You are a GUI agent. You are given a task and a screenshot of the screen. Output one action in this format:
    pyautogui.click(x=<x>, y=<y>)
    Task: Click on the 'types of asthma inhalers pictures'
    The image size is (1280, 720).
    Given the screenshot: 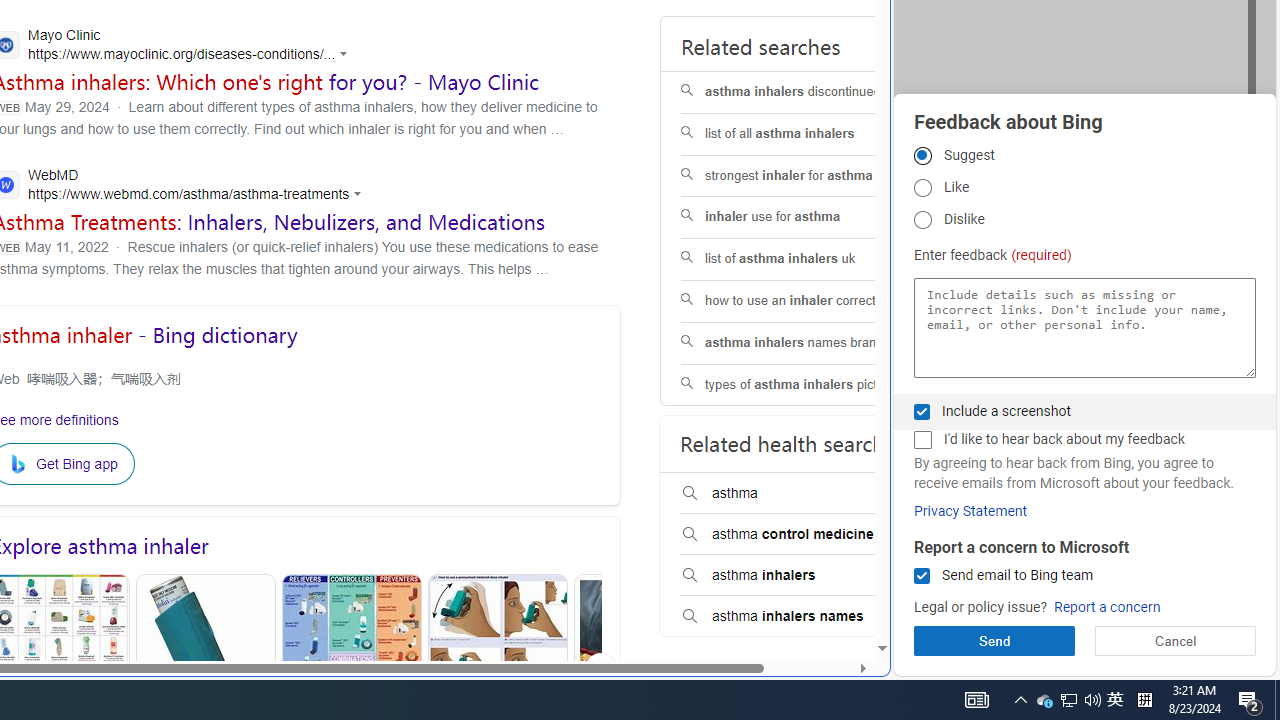 What is the action you would take?
    pyautogui.click(x=807, y=385)
    